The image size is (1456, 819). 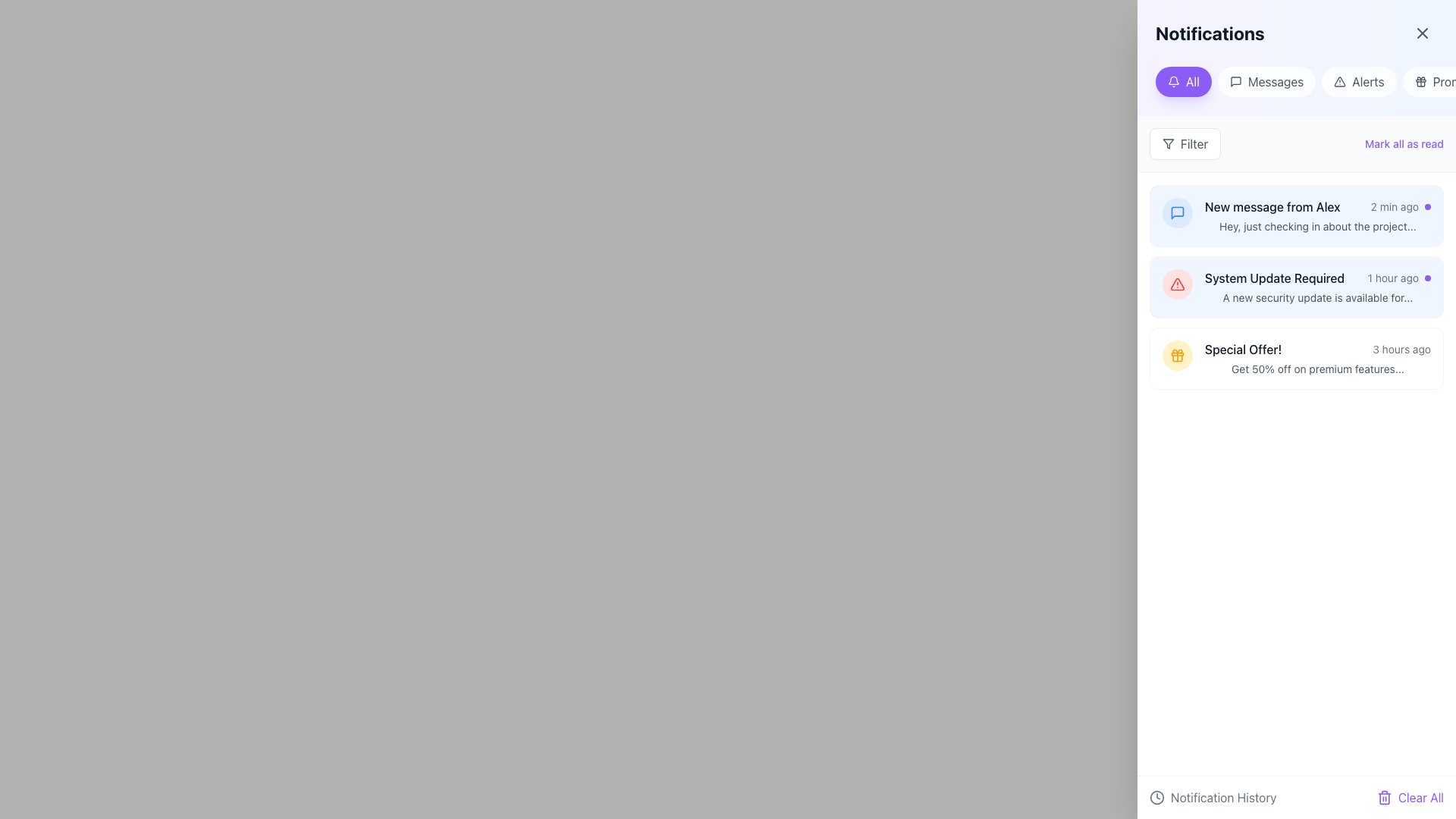 What do you see at coordinates (1418, 287) in the screenshot?
I see `the circular button with three vertically aligned dots in the top-right corner of the 'System Update Required' notification card` at bounding box center [1418, 287].